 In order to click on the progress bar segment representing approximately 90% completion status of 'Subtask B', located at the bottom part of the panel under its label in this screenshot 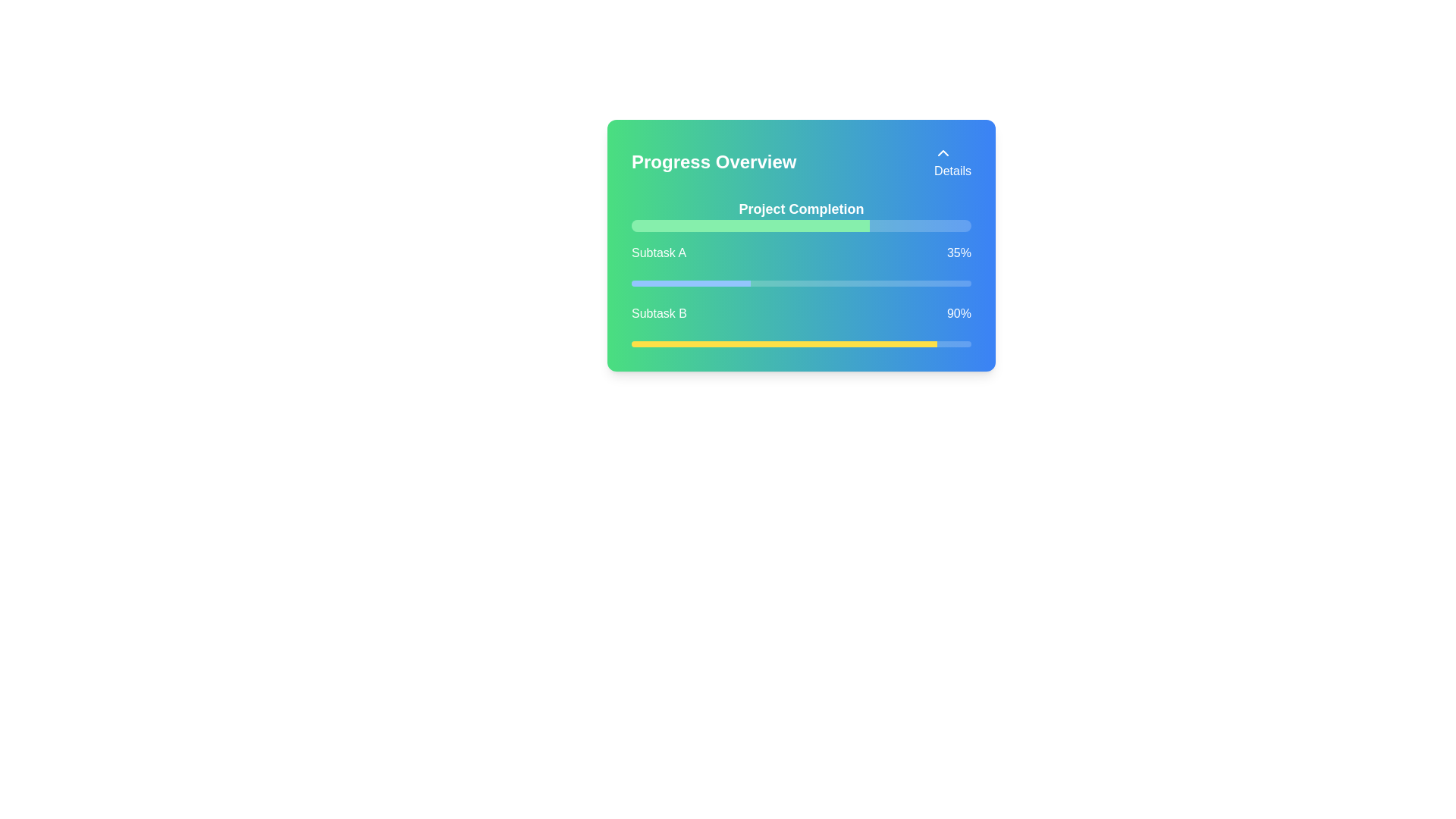, I will do `click(784, 344)`.